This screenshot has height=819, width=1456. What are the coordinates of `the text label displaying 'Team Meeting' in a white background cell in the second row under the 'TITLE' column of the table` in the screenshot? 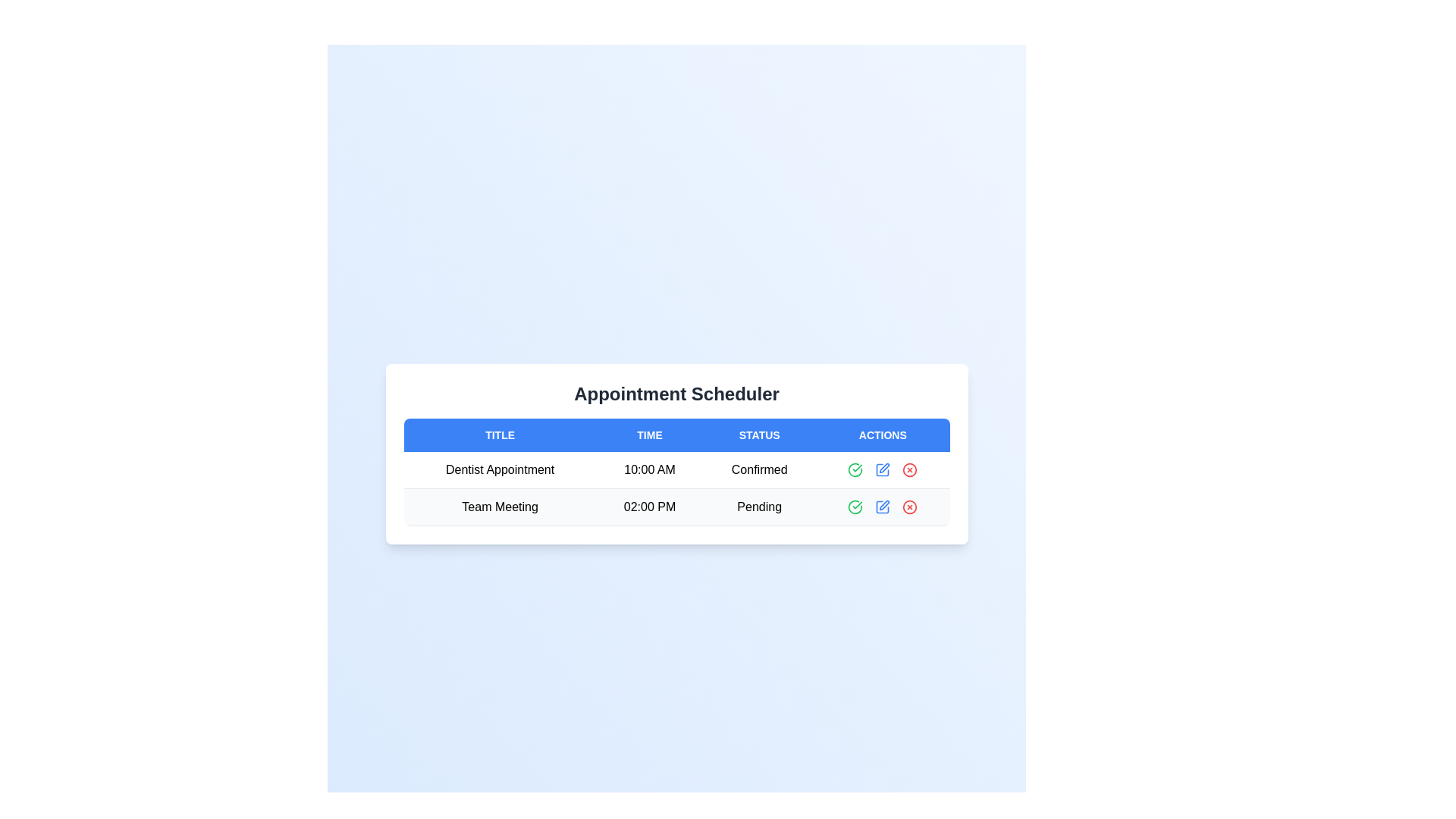 It's located at (500, 507).